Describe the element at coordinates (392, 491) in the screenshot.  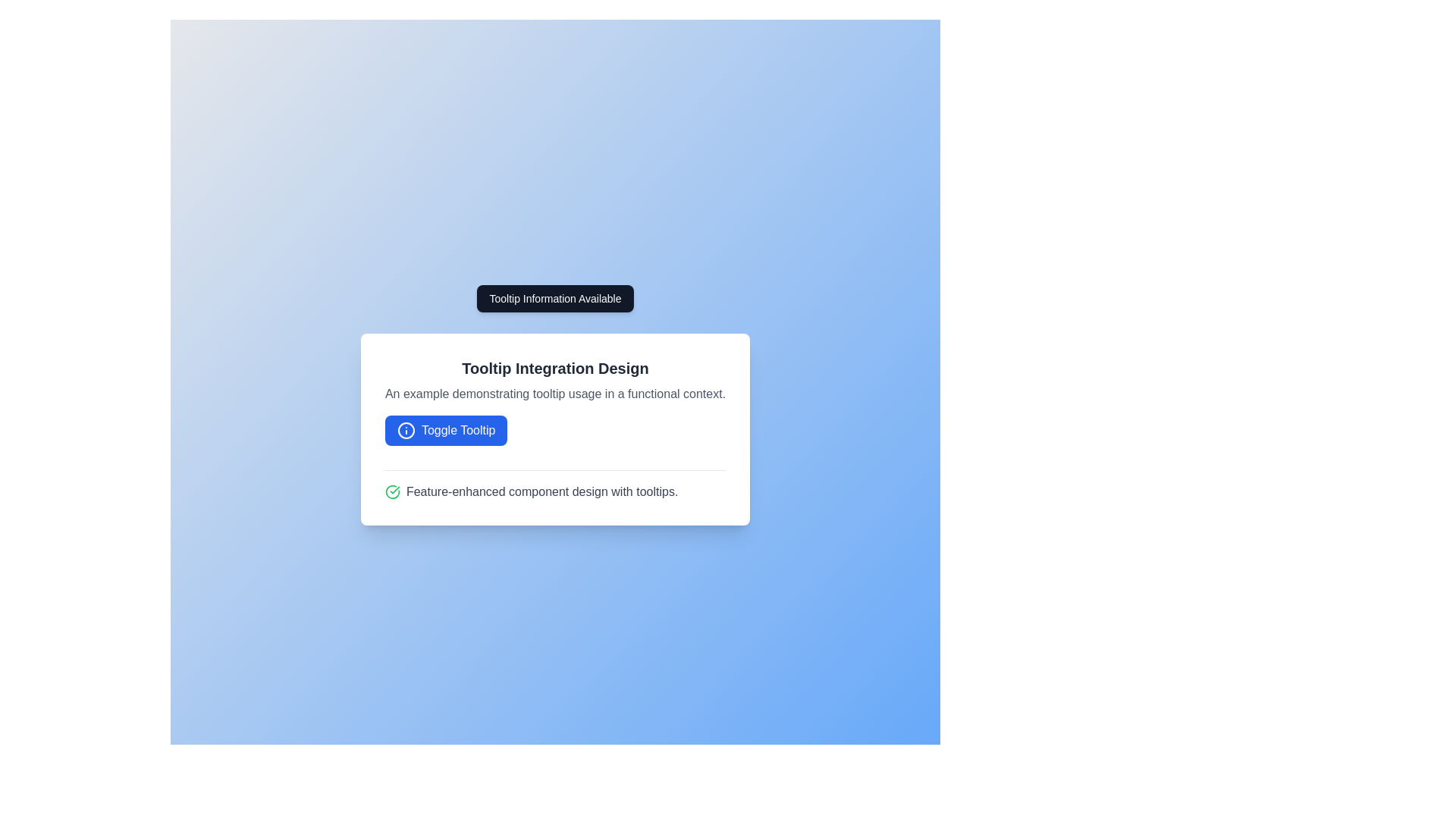
I see `the circular icon with a green border and a white checkmark, which indicates confirmation or success, located to the left of the text 'Feature-enhanced component design with tooltips.'` at that location.